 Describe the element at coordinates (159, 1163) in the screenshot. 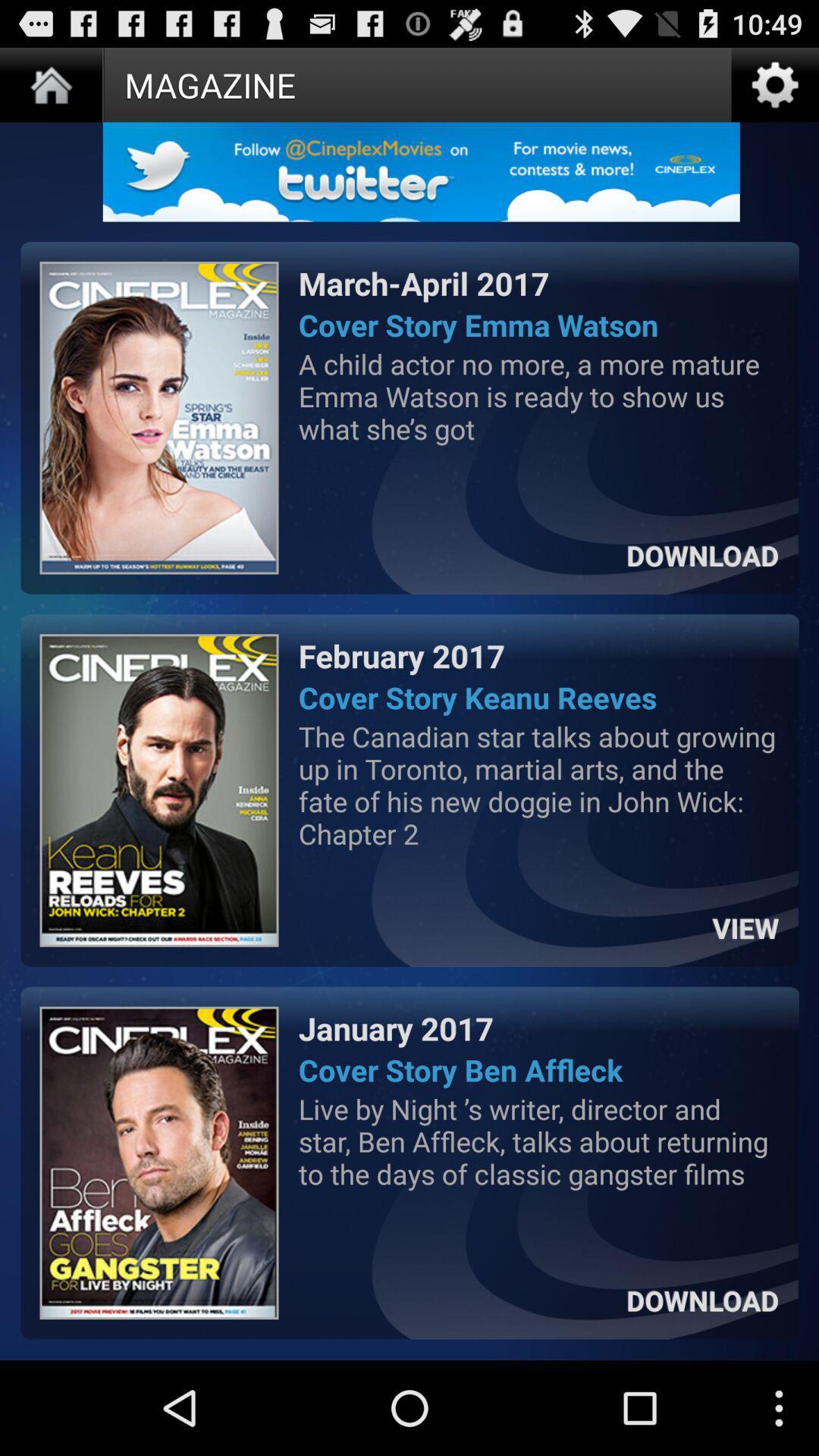

I see `the image on the bottom left side of the web page` at that location.